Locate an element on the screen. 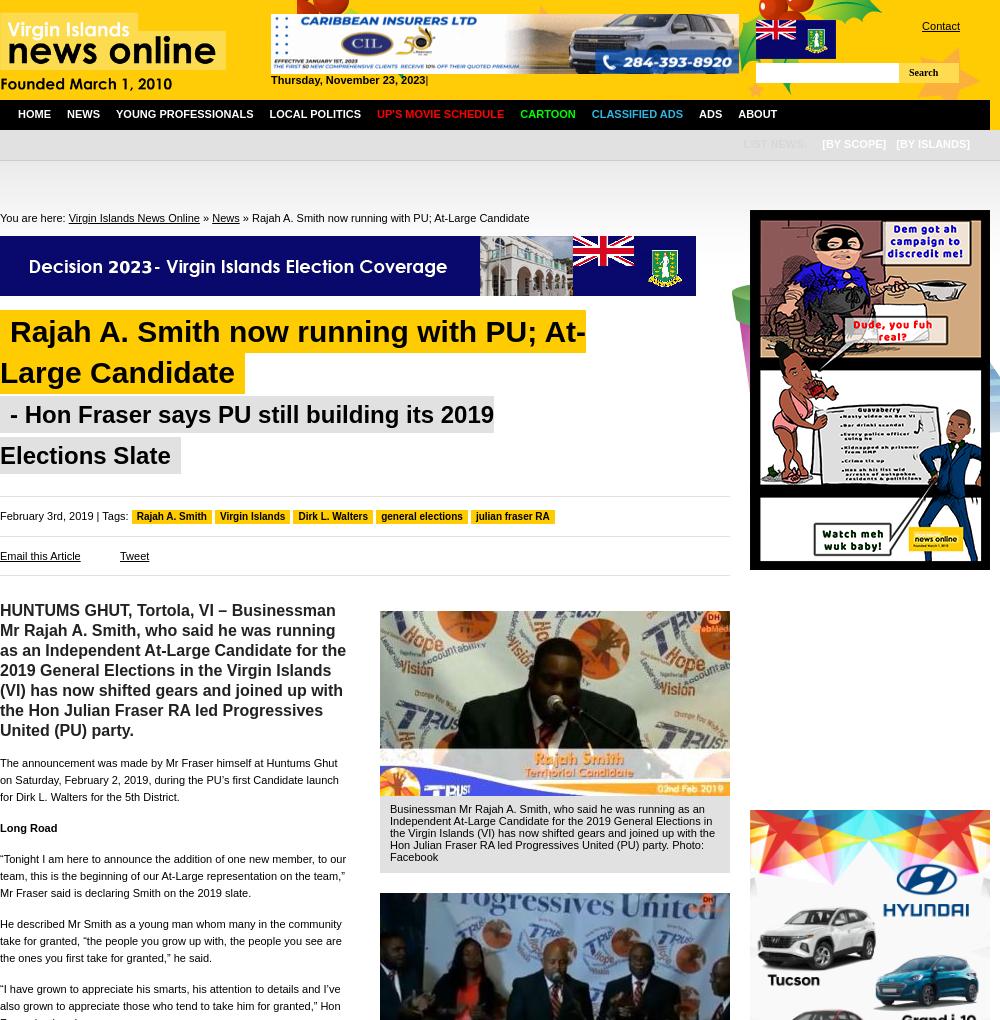 Image resolution: width=1000 pixels, height=1020 pixels. 'general elections' is located at coordinates (421, 515).